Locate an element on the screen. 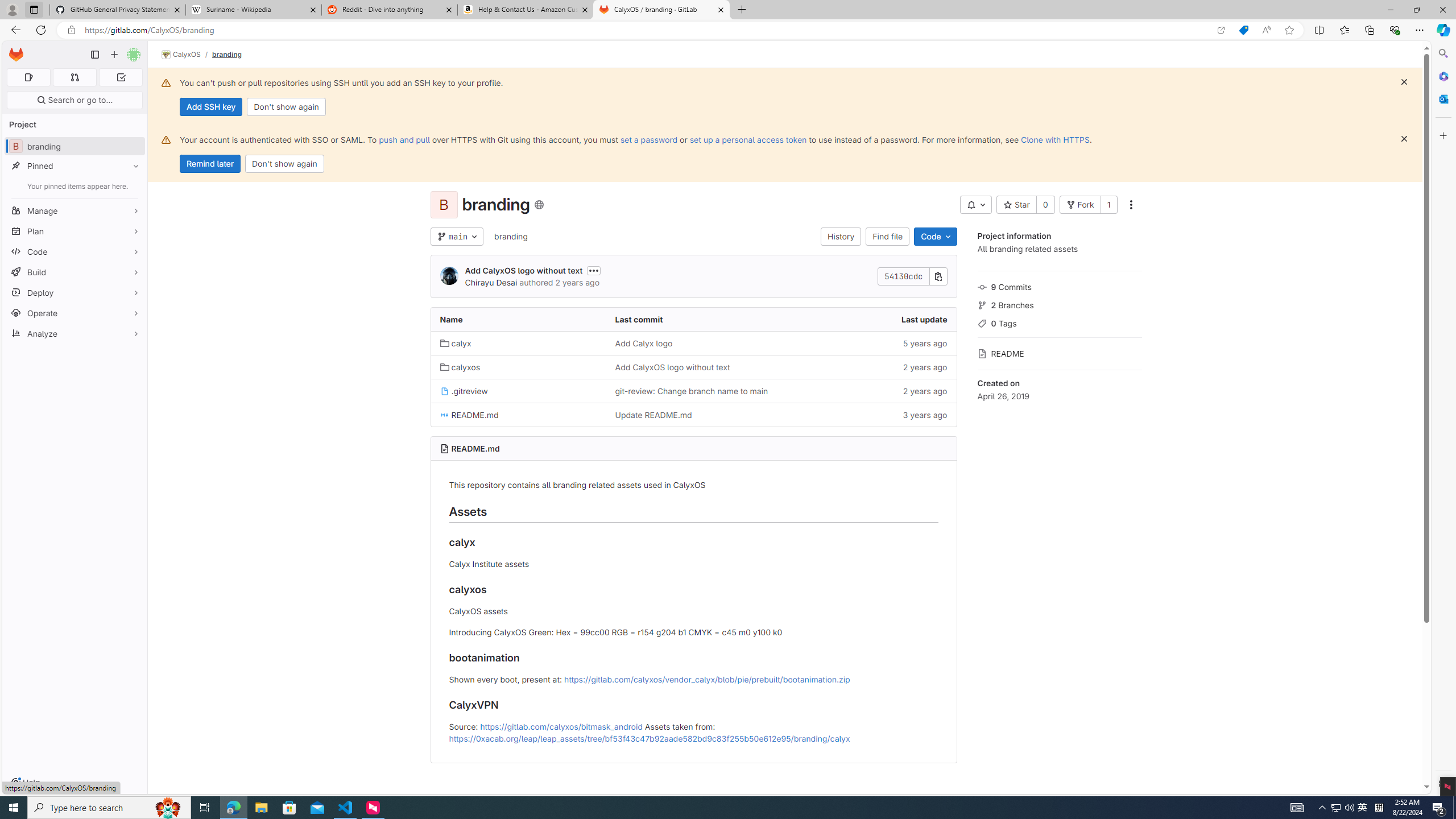  '0 Tags' is located at coordinates (1059, 322).